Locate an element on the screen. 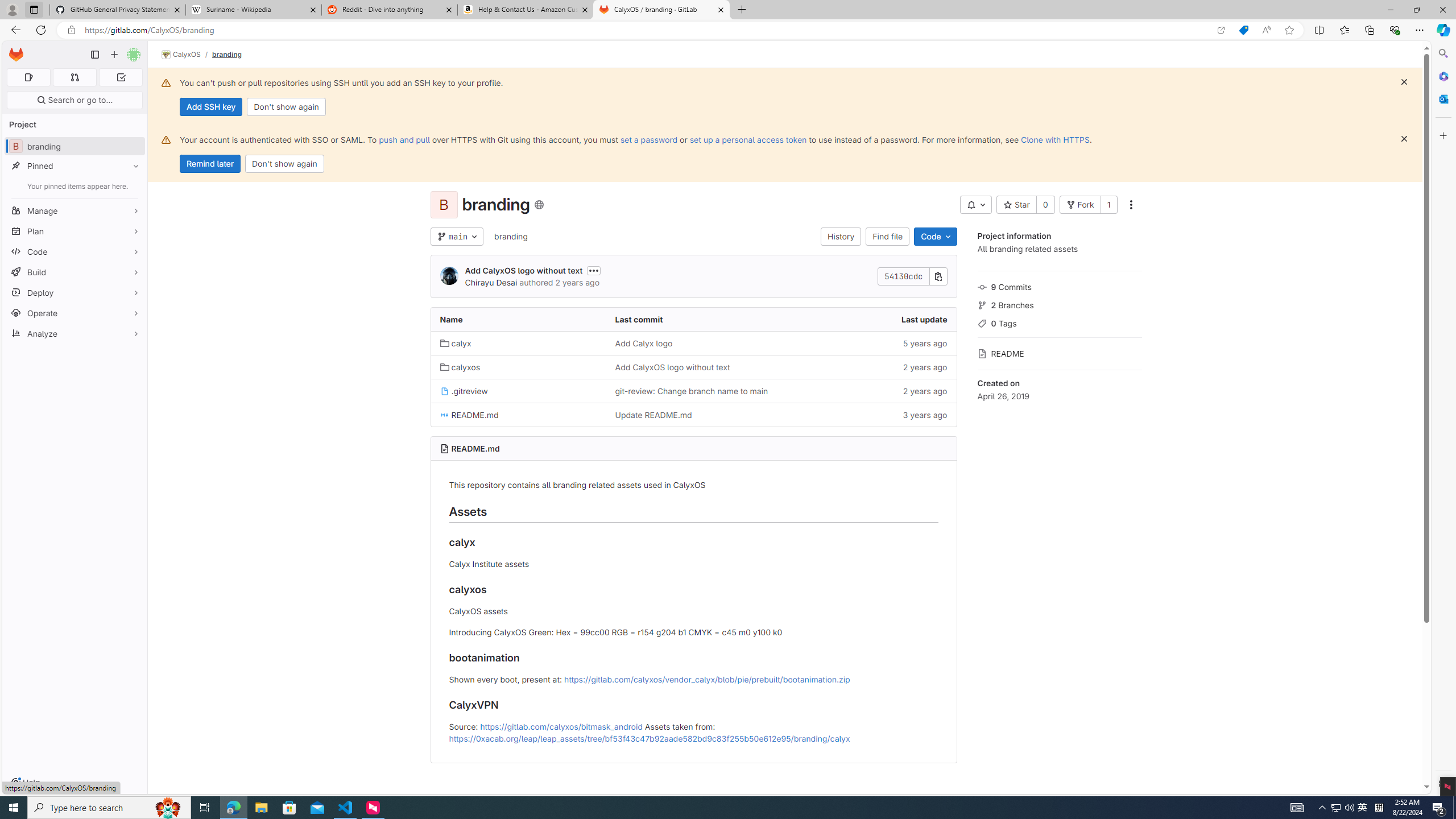  '0 Tags' is located at coordinates (1059, 322).